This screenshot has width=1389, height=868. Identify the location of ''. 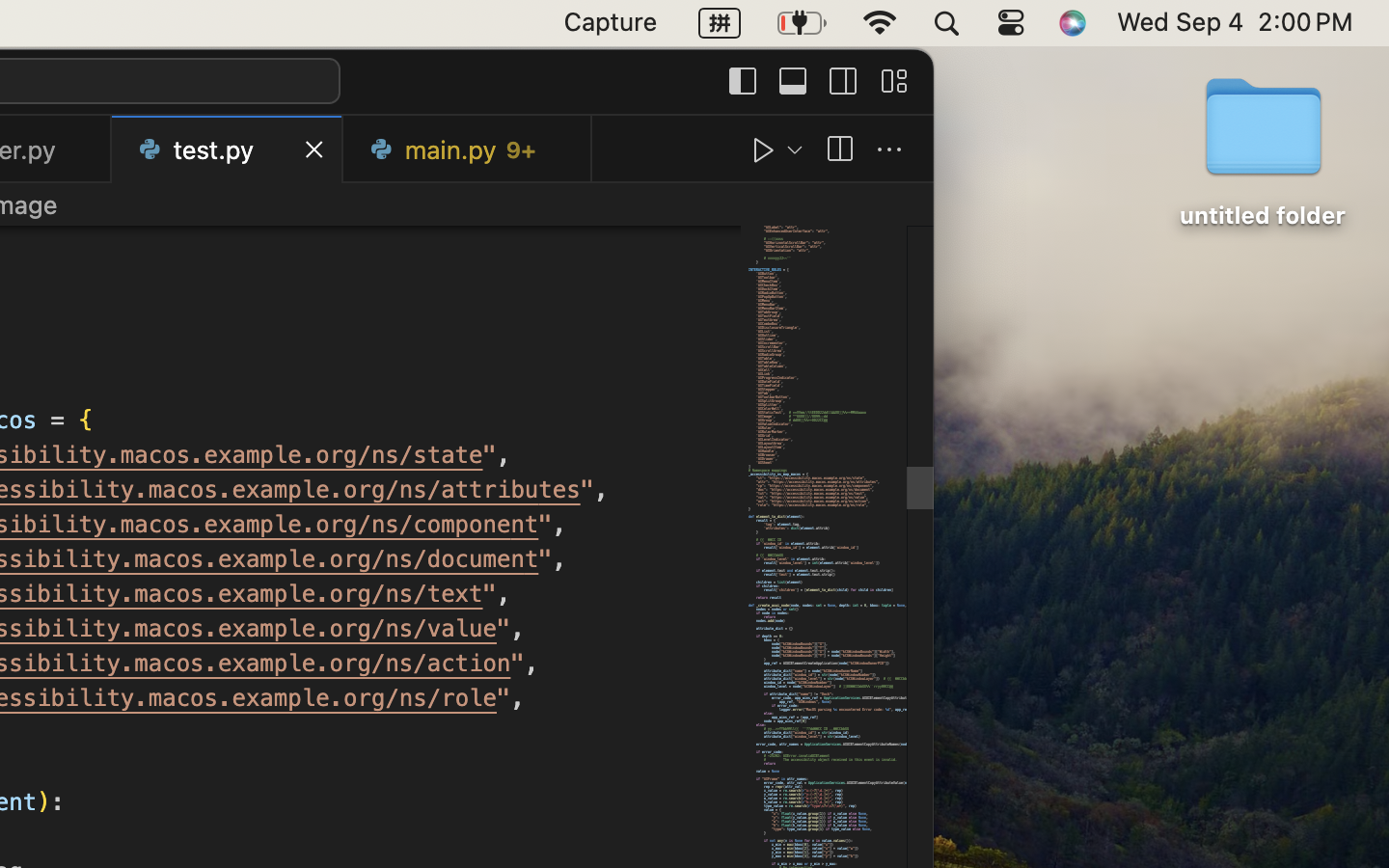
(838, 149).